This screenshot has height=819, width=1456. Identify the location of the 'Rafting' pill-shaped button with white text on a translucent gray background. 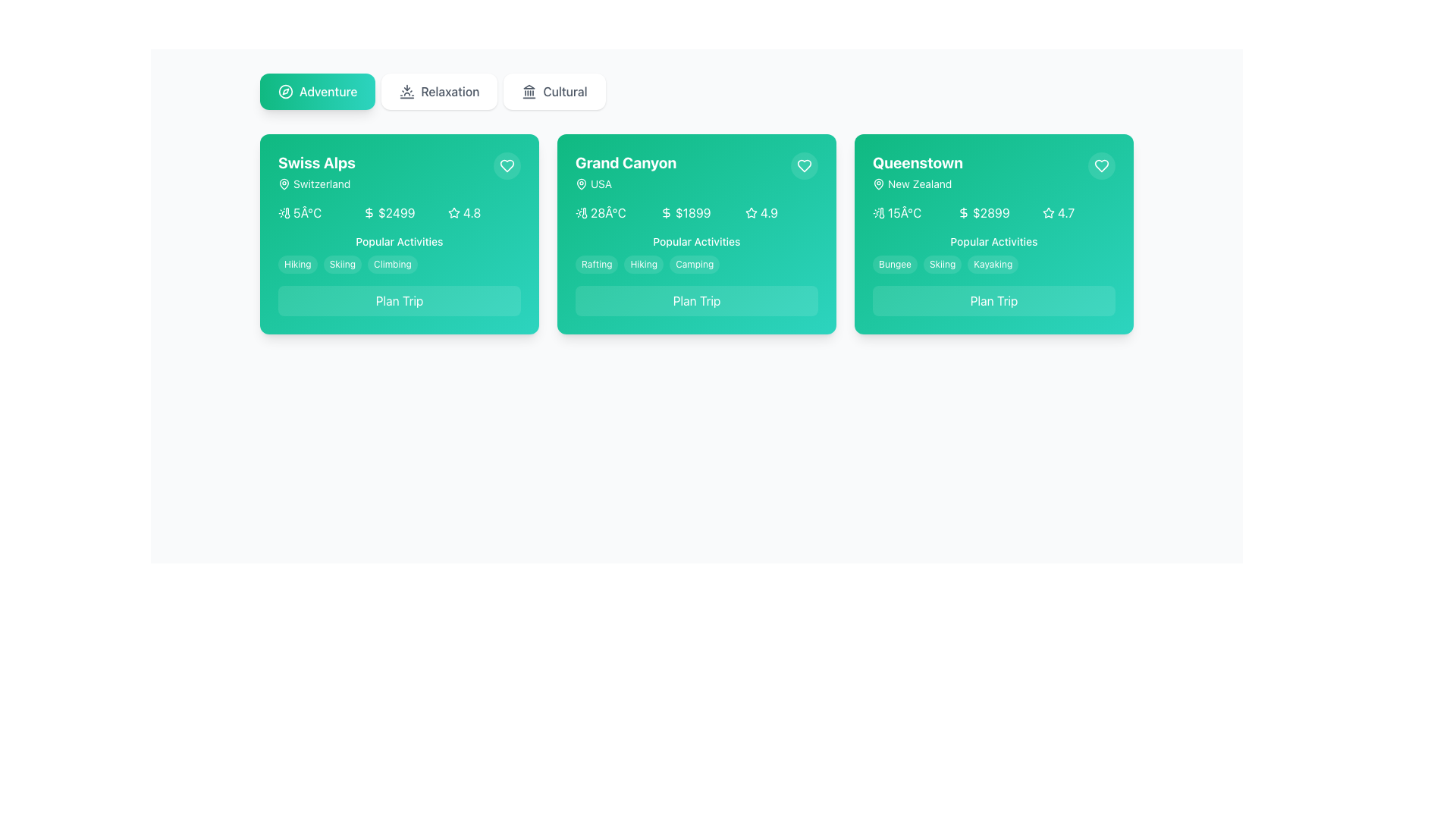
(596, 263).